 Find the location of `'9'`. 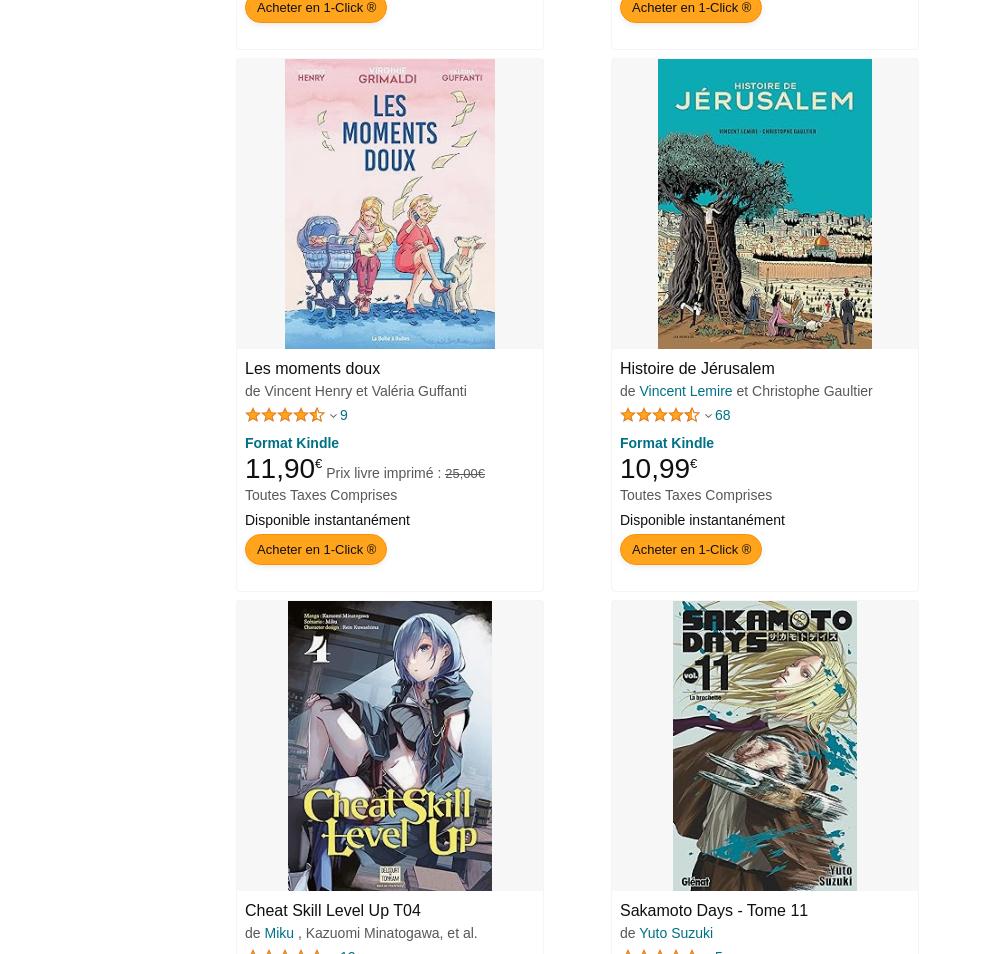

'9' is located at coordinates (338, 414).